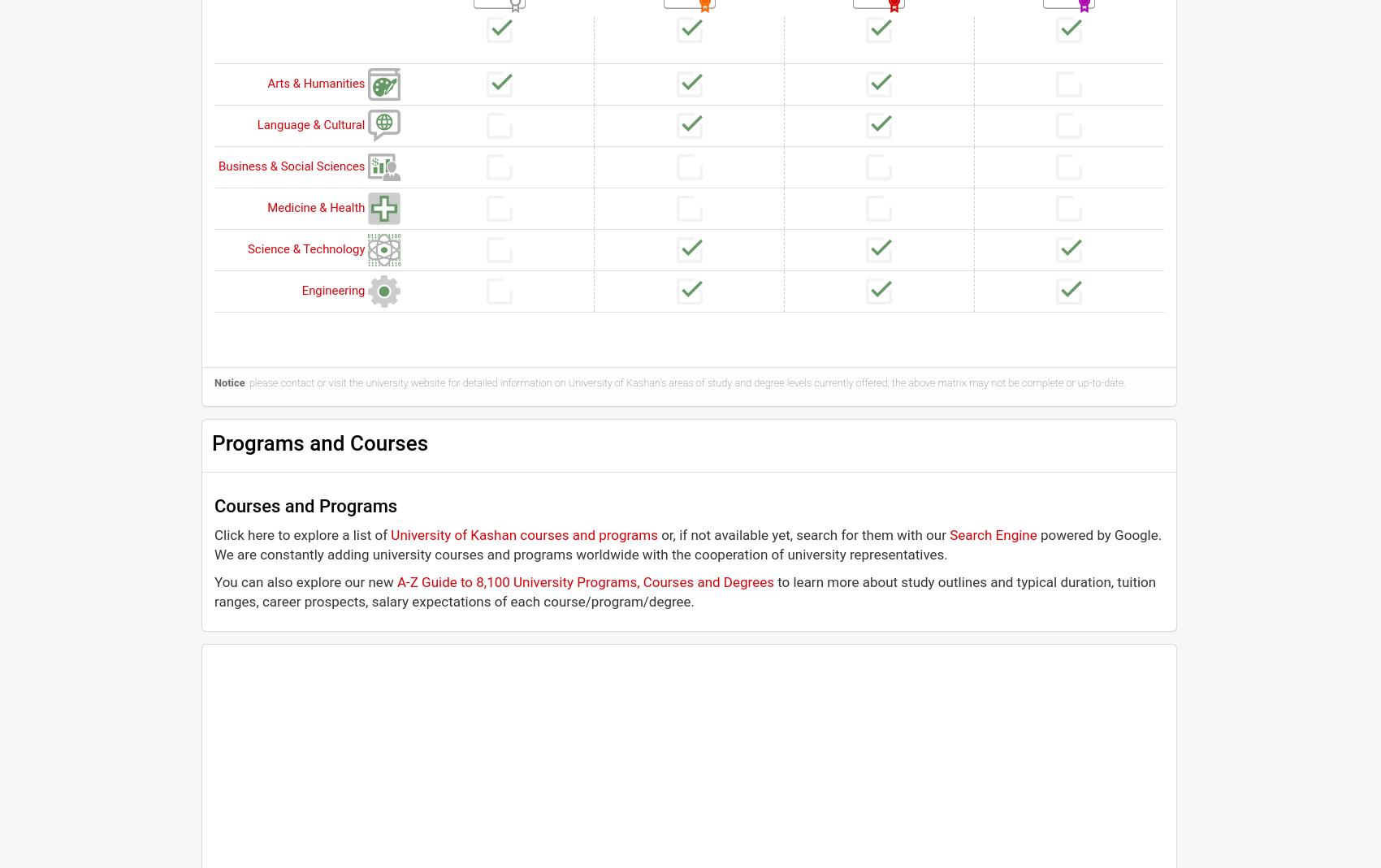 Image resolution: width=1381 pixels, height=868 pixels. I want to click on 'to learn more about study outlines and typical duration, tuition ranges, career prospects, salary expectations of each course/program/degree.', so click(214, 589).